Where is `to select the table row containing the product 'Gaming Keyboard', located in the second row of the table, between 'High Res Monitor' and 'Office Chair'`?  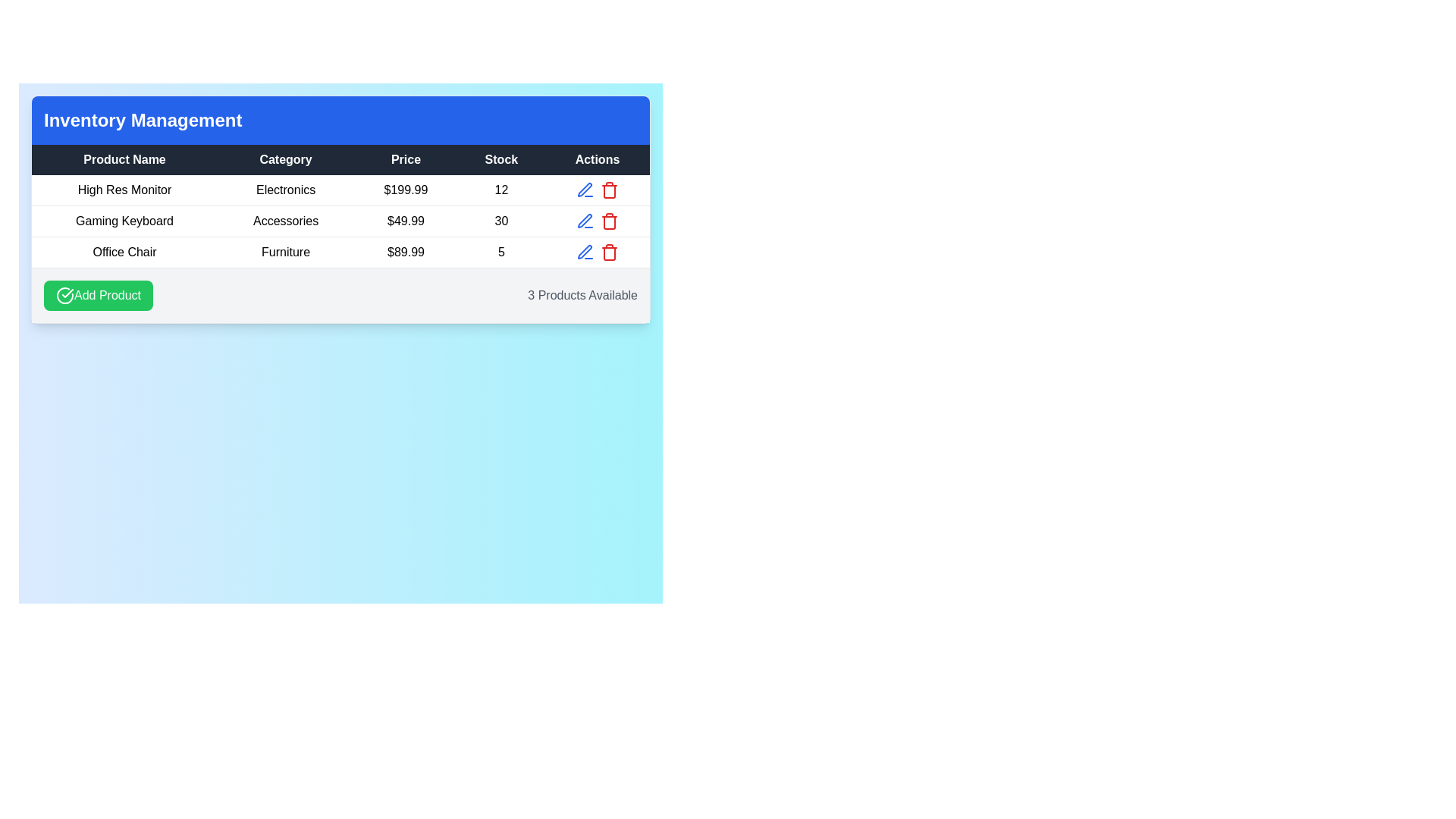
to select the table row containing the product 'Gaming Keyboard', located in the second row of the table, between 'High Res Monitor' and 'Office Chair' is located at coordinates (340, 221).